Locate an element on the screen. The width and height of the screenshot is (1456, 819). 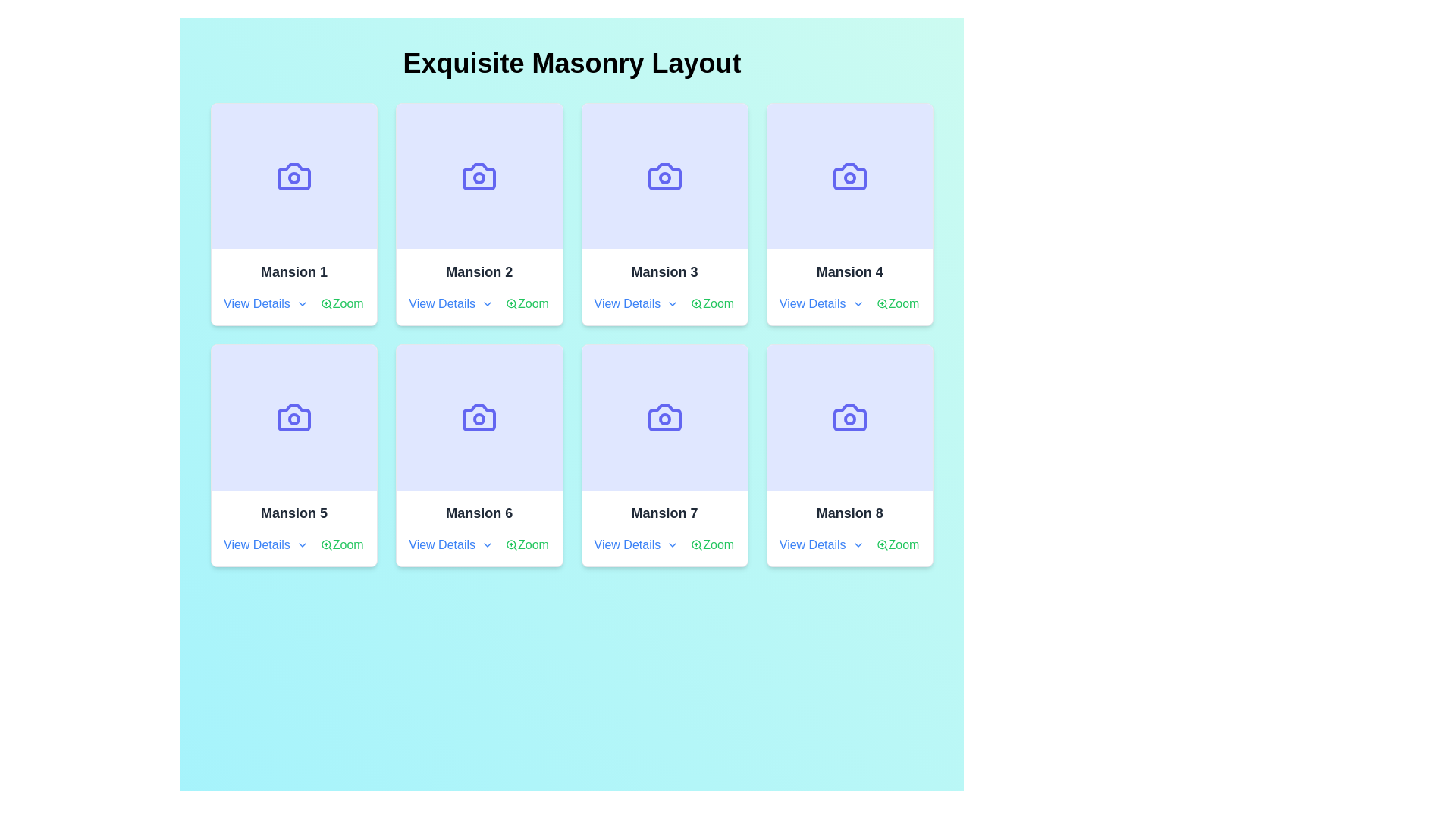
the 'View Details' link located within the 'Mansion 8' card is located at coordinates (849, 544).